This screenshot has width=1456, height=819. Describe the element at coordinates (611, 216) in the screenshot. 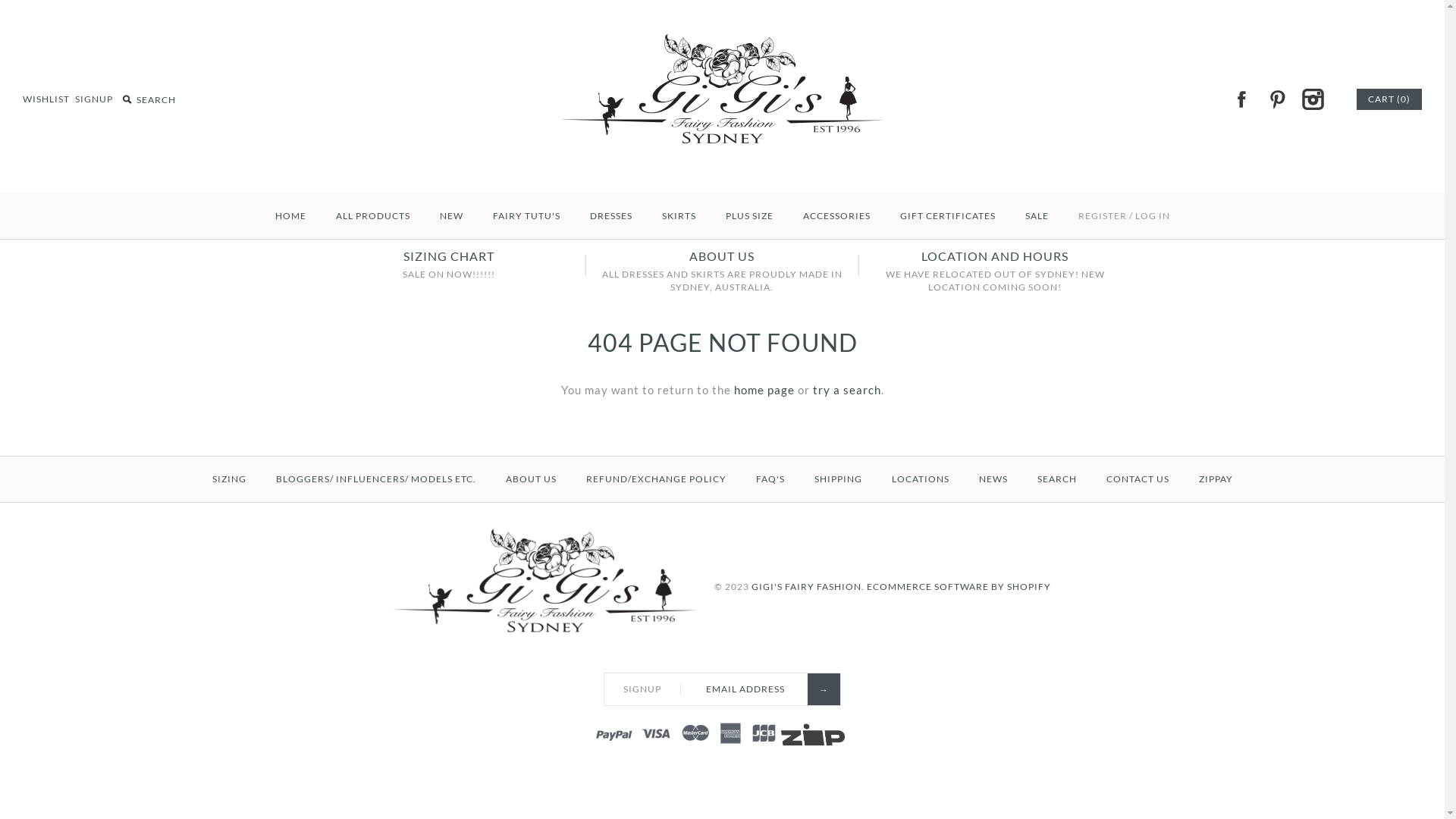

I see `'DRESSES'` at that location.